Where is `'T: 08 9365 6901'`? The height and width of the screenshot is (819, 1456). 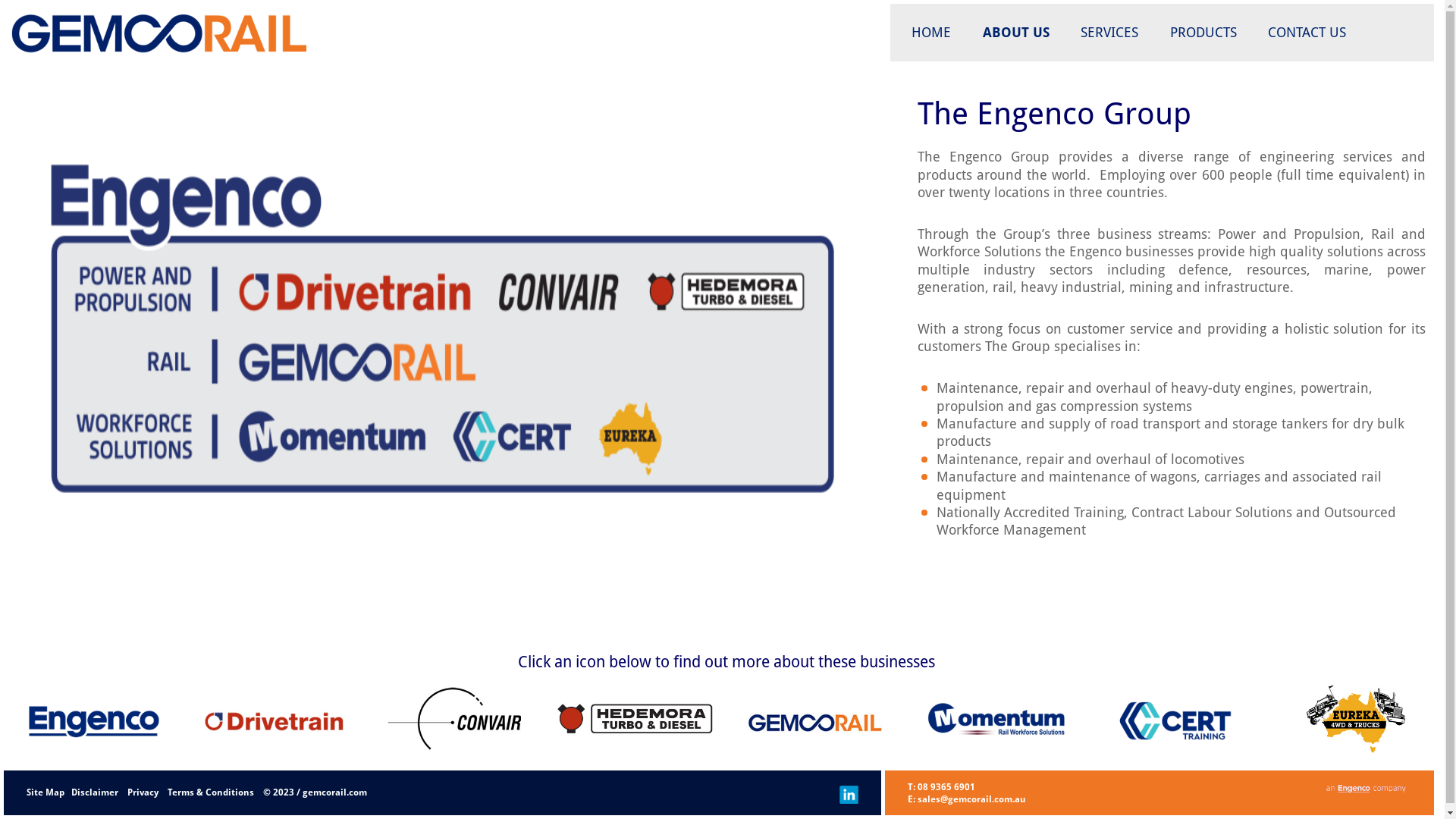 'T: 08 9365 6901' is located at coordinates (907, 786).